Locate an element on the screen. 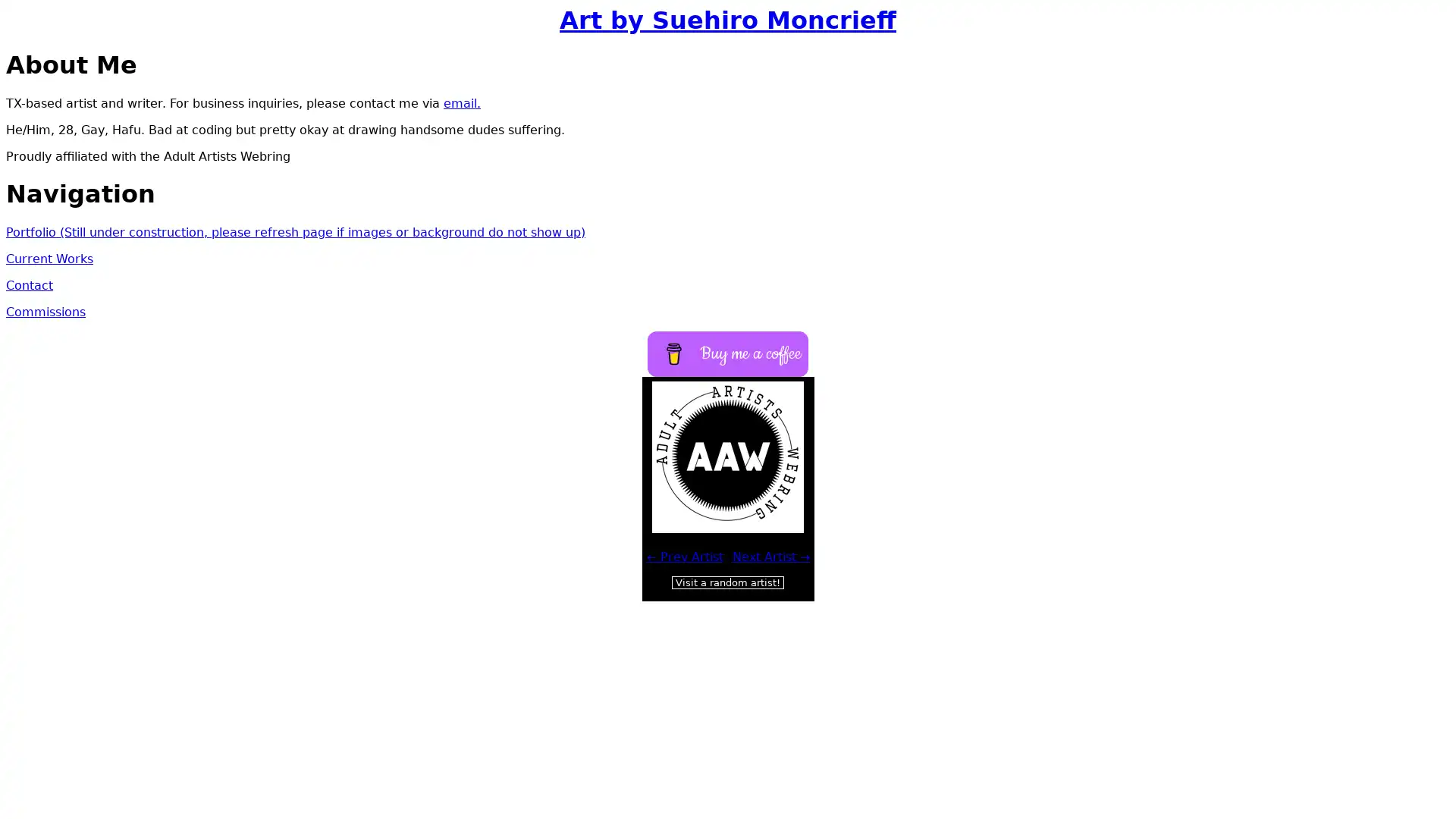  Visit a random artist! is located at coordinates (728, 581).